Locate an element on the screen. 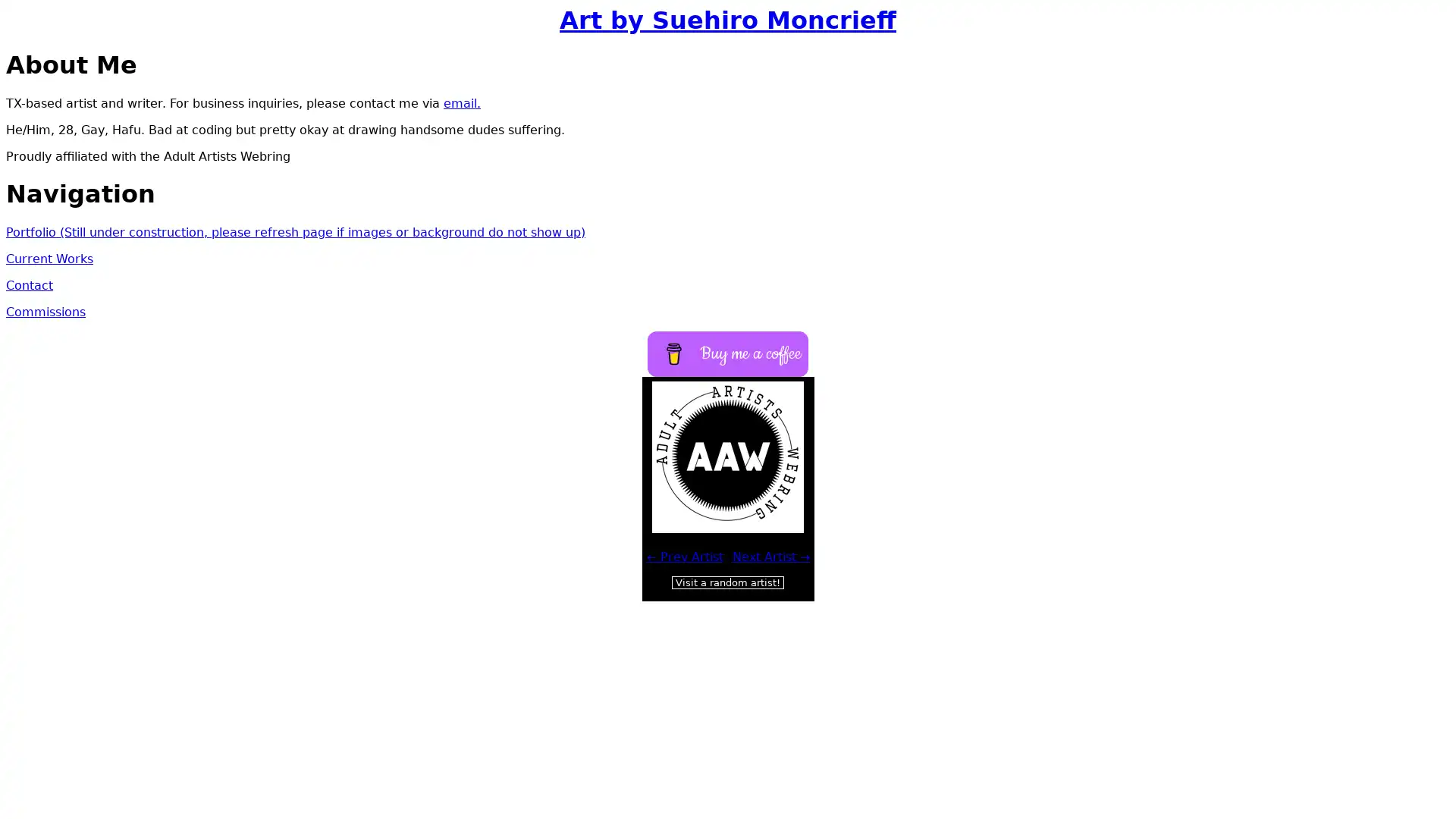  Visit a random artist! is located at coordinates (728, 581).